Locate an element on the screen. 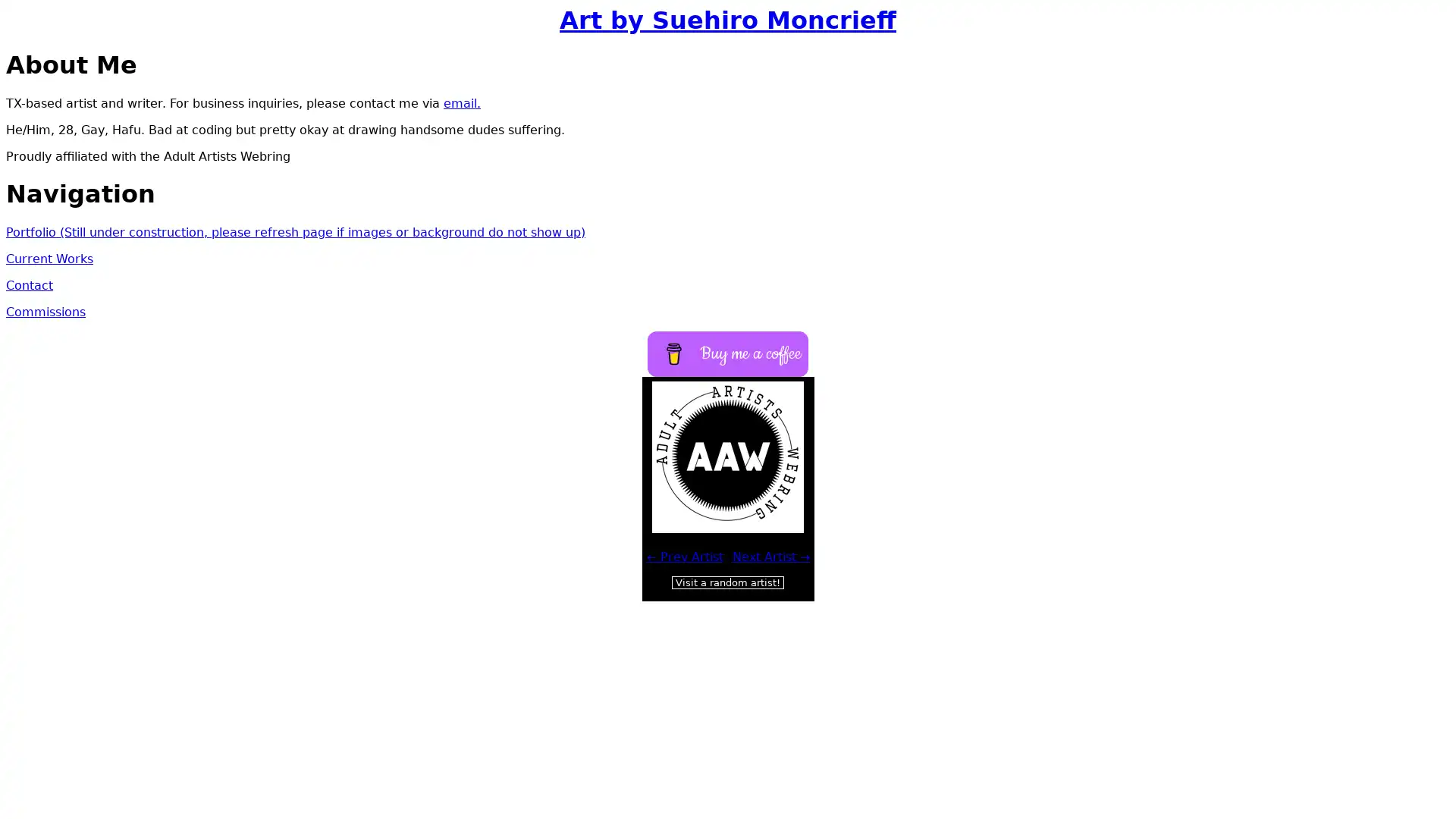  Visit a random artist! is located at coordinates (728, 581).